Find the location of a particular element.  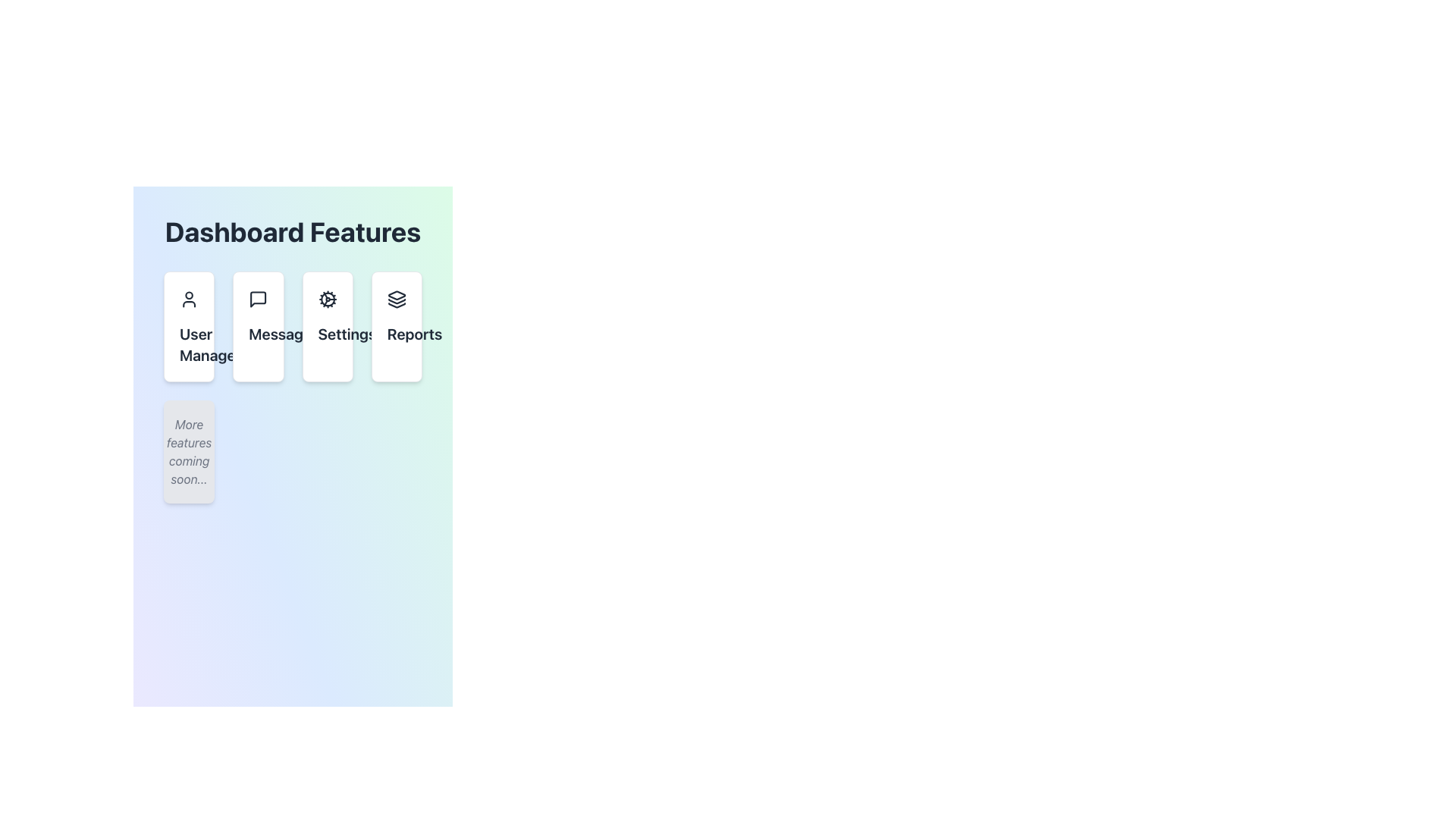

the informational label located beneath the feature tiles labeled 'User Management', 'Messages', 'Settings', and 'Reports' is located at coordinates (188, 451).